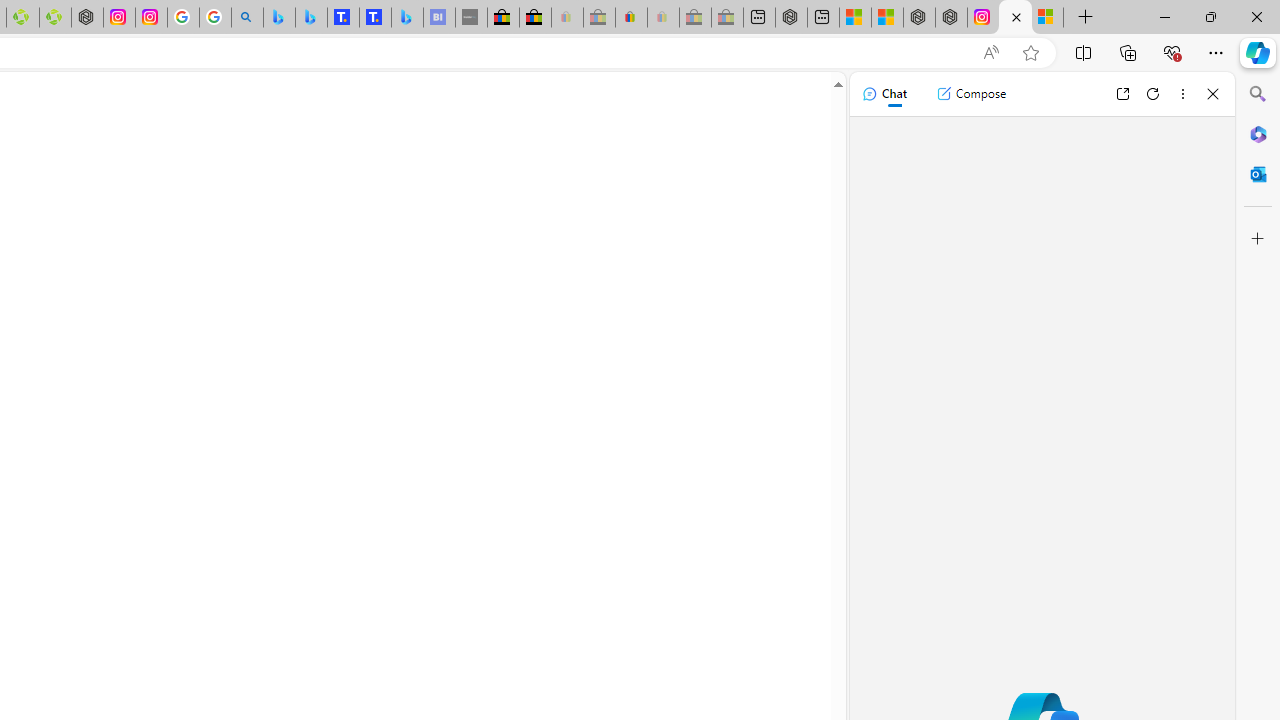 The height and width of the screenshot is (720, 1280). Describe the element at coordinates (406, 17) in the screenshot. I see `'Microsoft Bing Travel - Shangri-La Hotel Bangkok'` at that location.